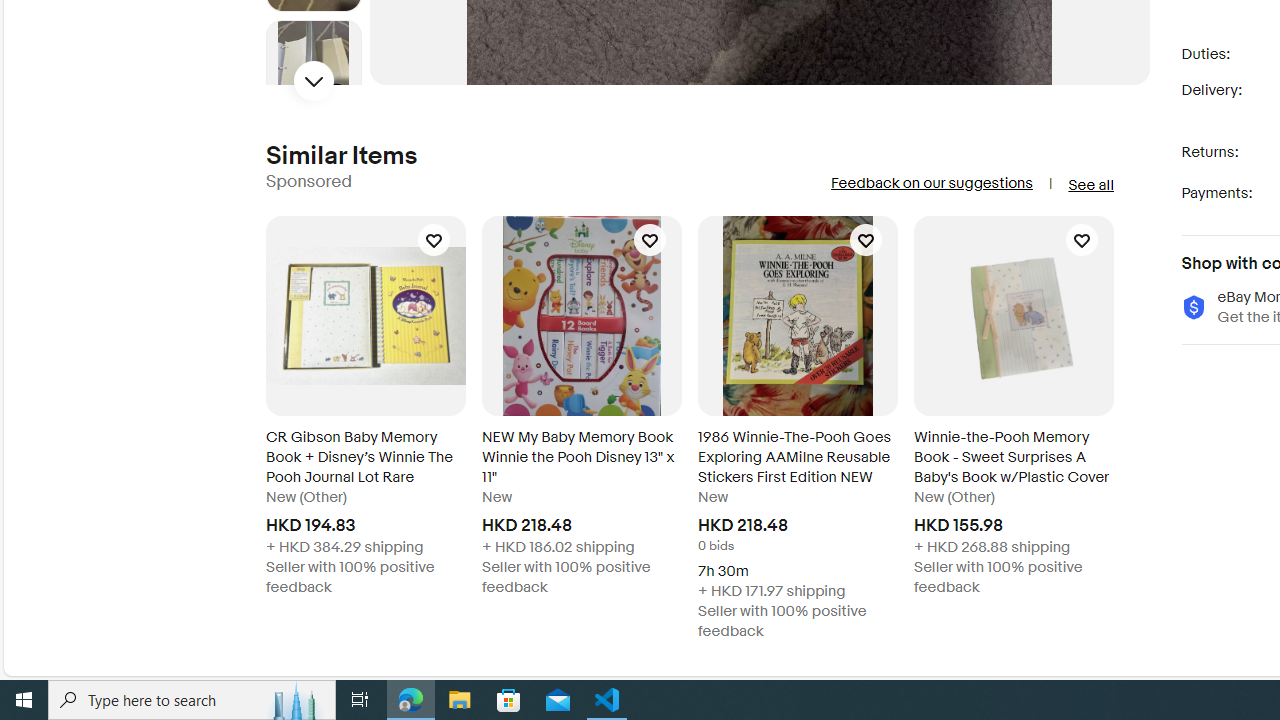 The width and height of the screenshot is (1280, 720). I want to click on 'See all', so click(1089, 185).